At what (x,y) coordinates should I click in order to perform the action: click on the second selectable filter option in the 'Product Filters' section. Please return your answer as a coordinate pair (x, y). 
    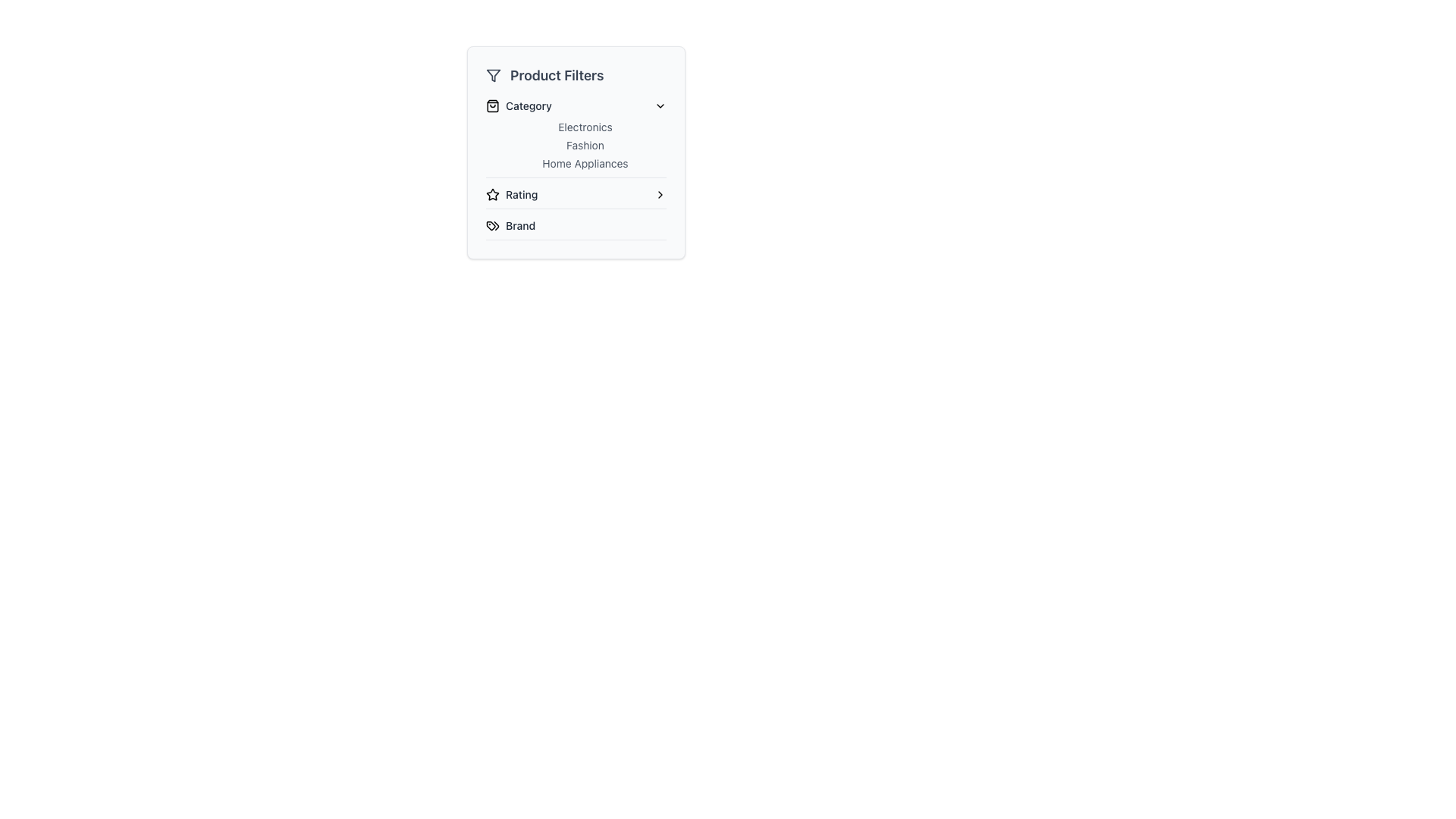
    Looking at the image, I should click on (575, 197).